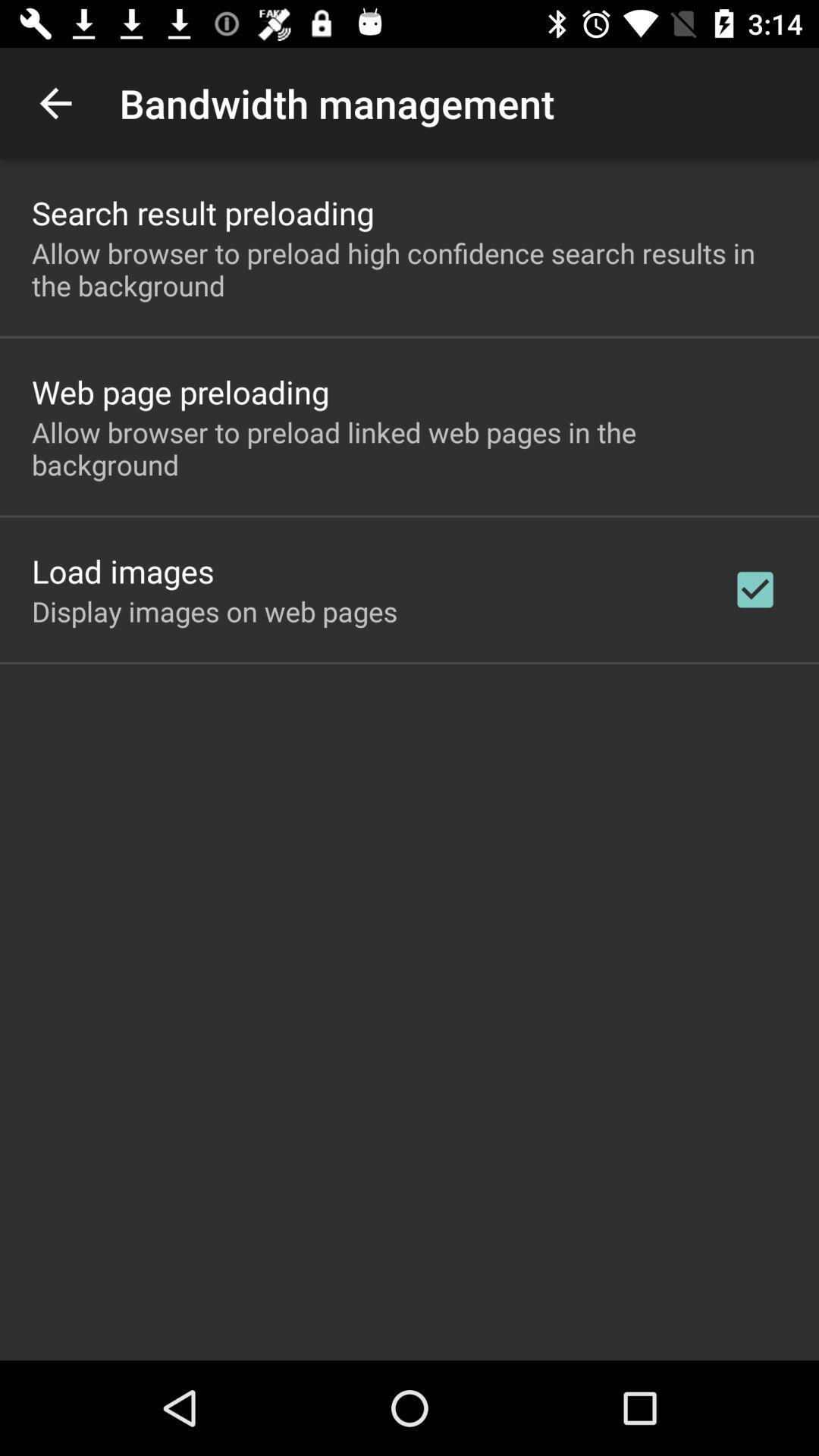 This screenshot has height=1456, width=819. Describe the element at coordinates (755, 588) in the screenshot. I see `item next to display images on item` at that location.